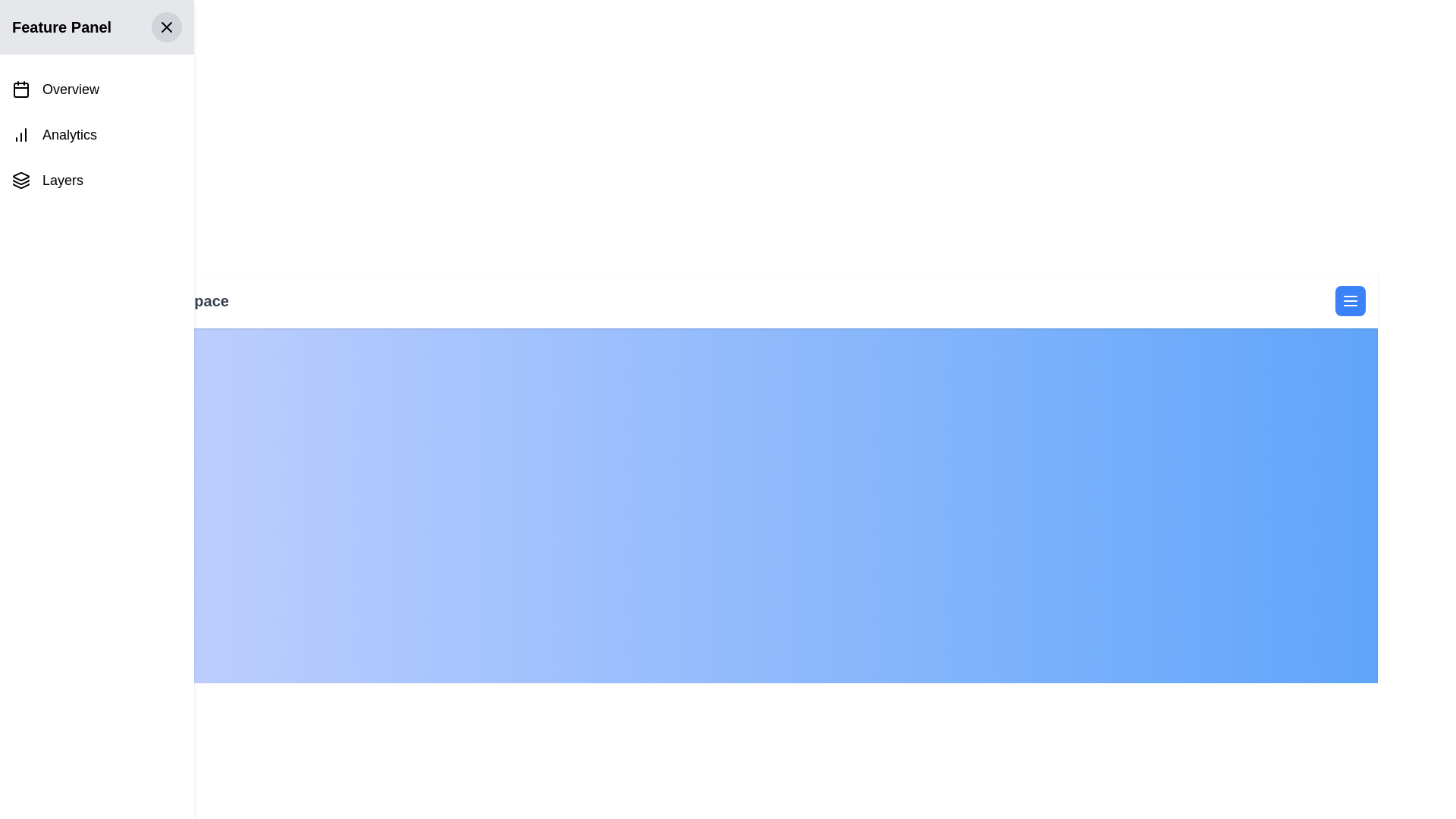  I want to click on the menu icon, which consists of three horizontal lines arranged vertically, located within a rounded rectangular button in the top-right corner of the interface, so click(1350, 301).